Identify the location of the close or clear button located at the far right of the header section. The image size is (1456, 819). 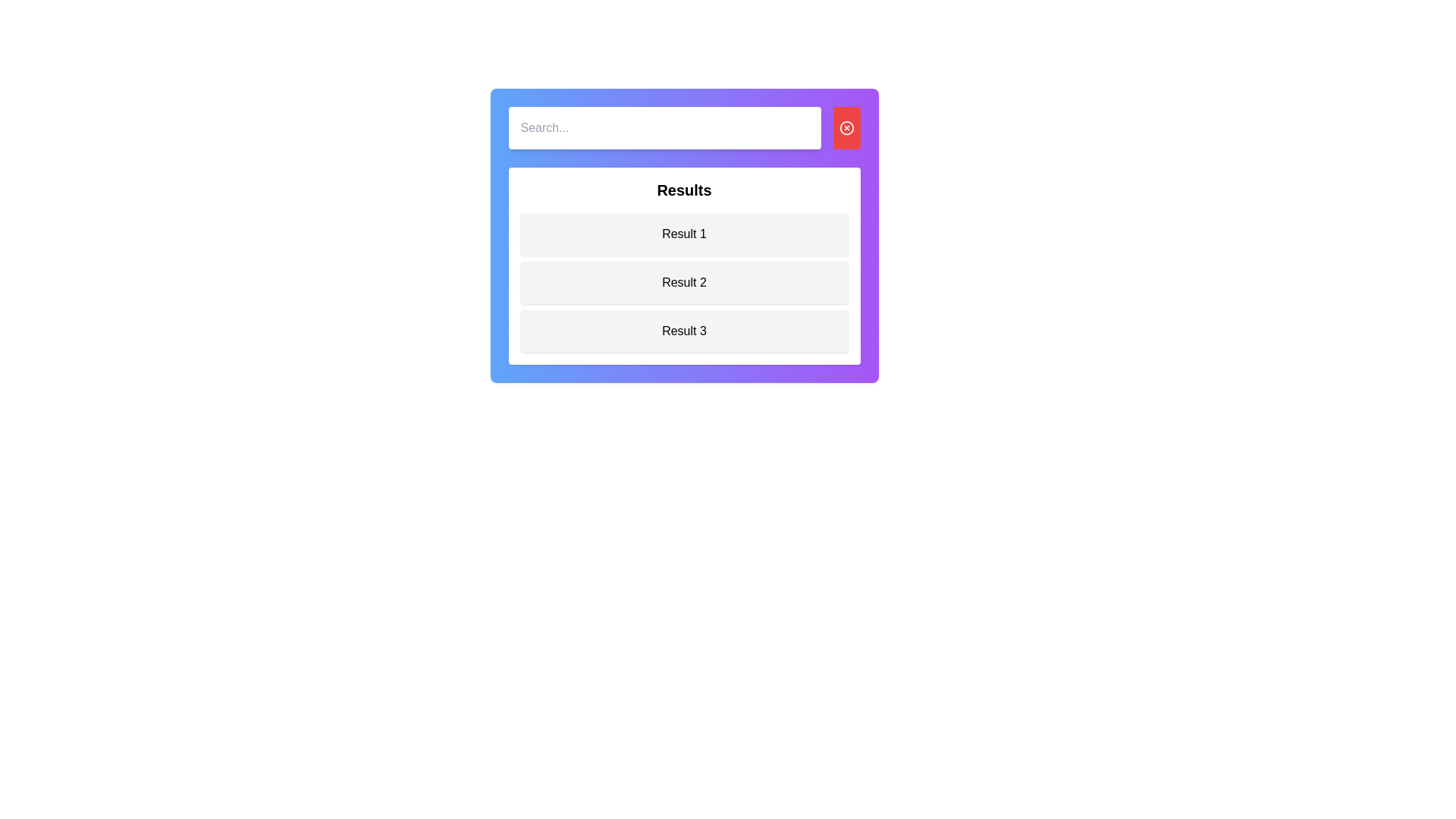
(846, 127).